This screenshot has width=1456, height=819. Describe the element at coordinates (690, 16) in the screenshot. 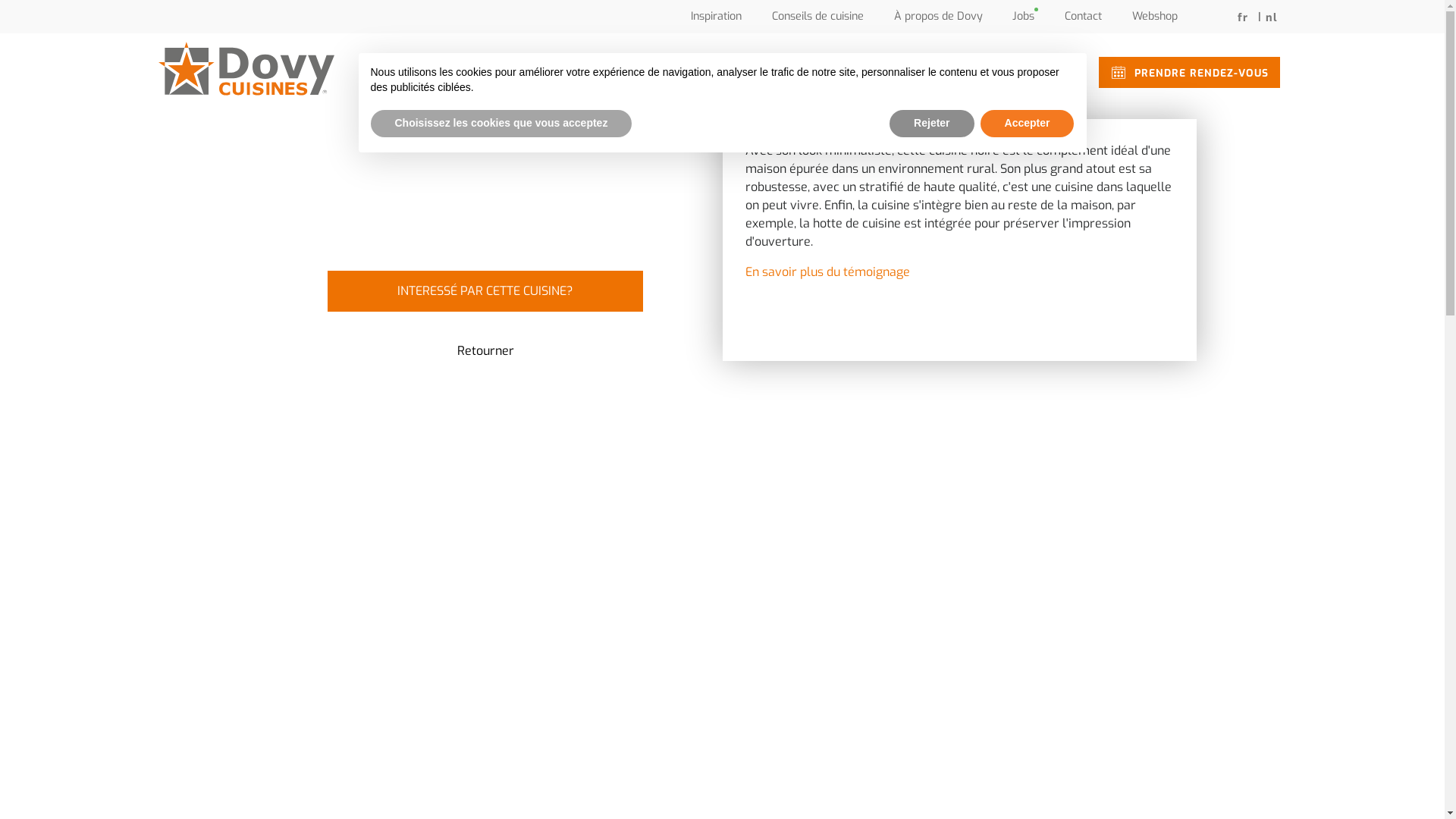

I see `'Inspiration'` at that location.